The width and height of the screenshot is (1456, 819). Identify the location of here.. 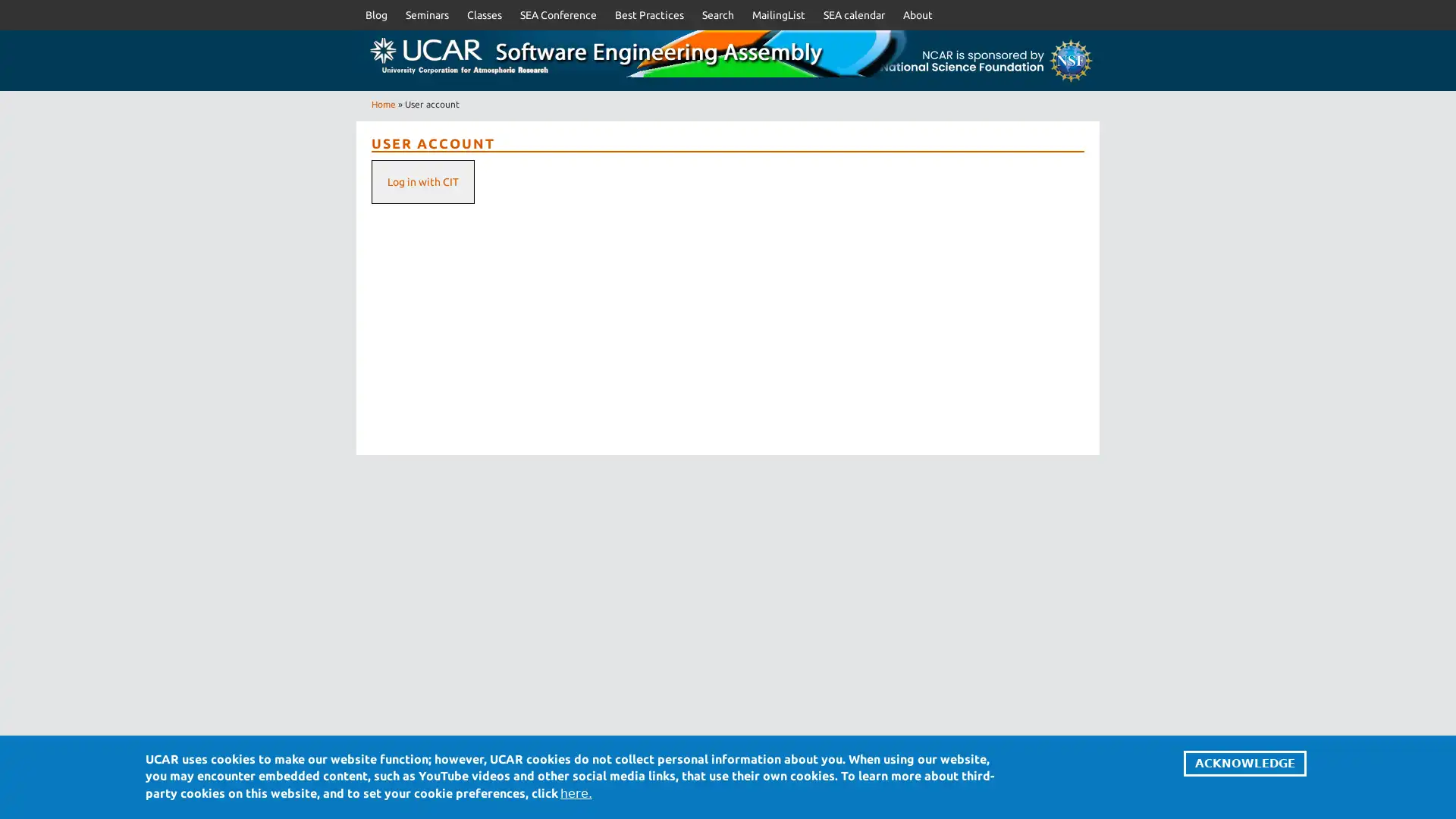
(575, 792).